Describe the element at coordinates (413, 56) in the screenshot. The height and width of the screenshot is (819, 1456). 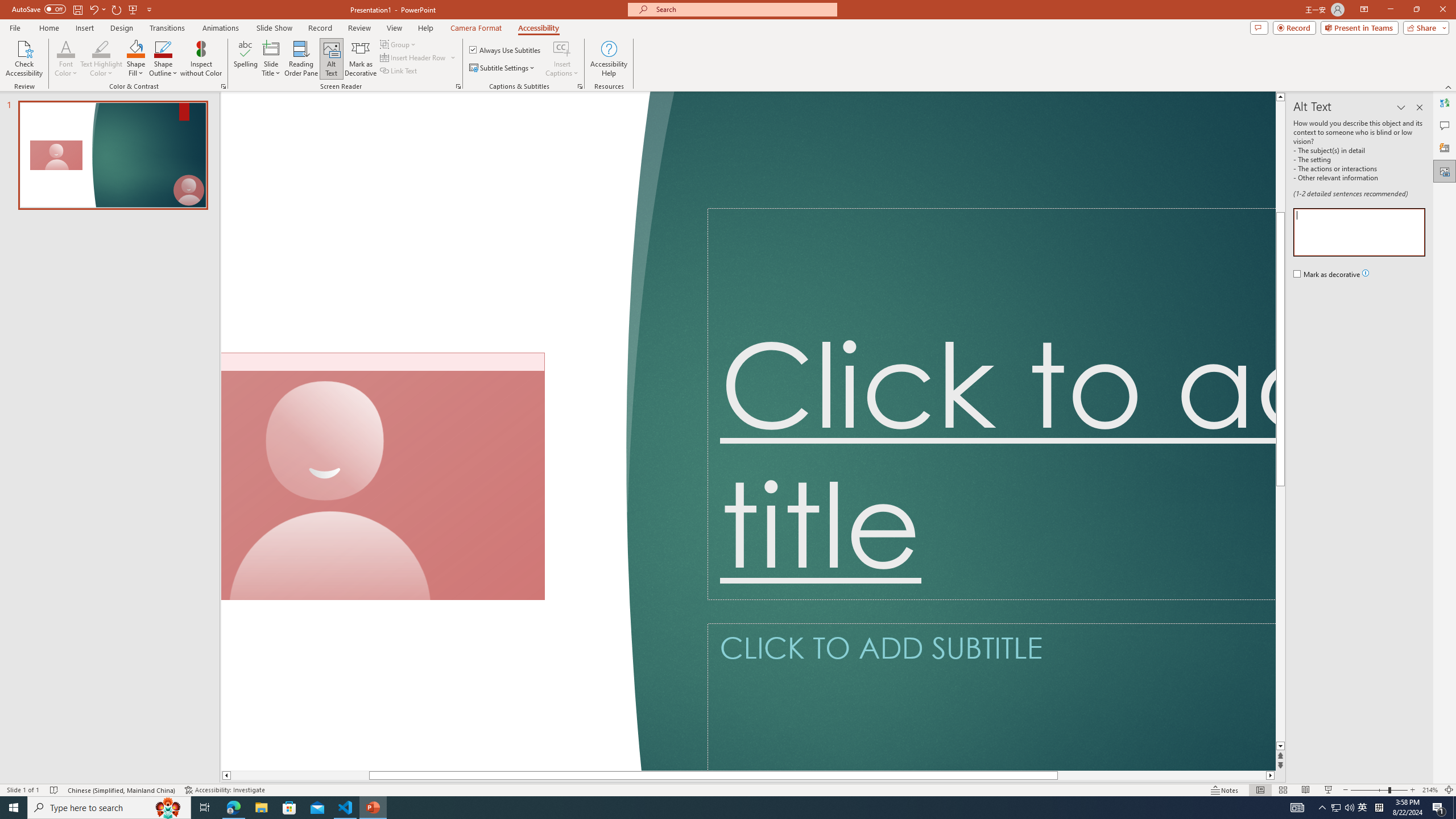
I see `'Insert Header Row'` at that location.